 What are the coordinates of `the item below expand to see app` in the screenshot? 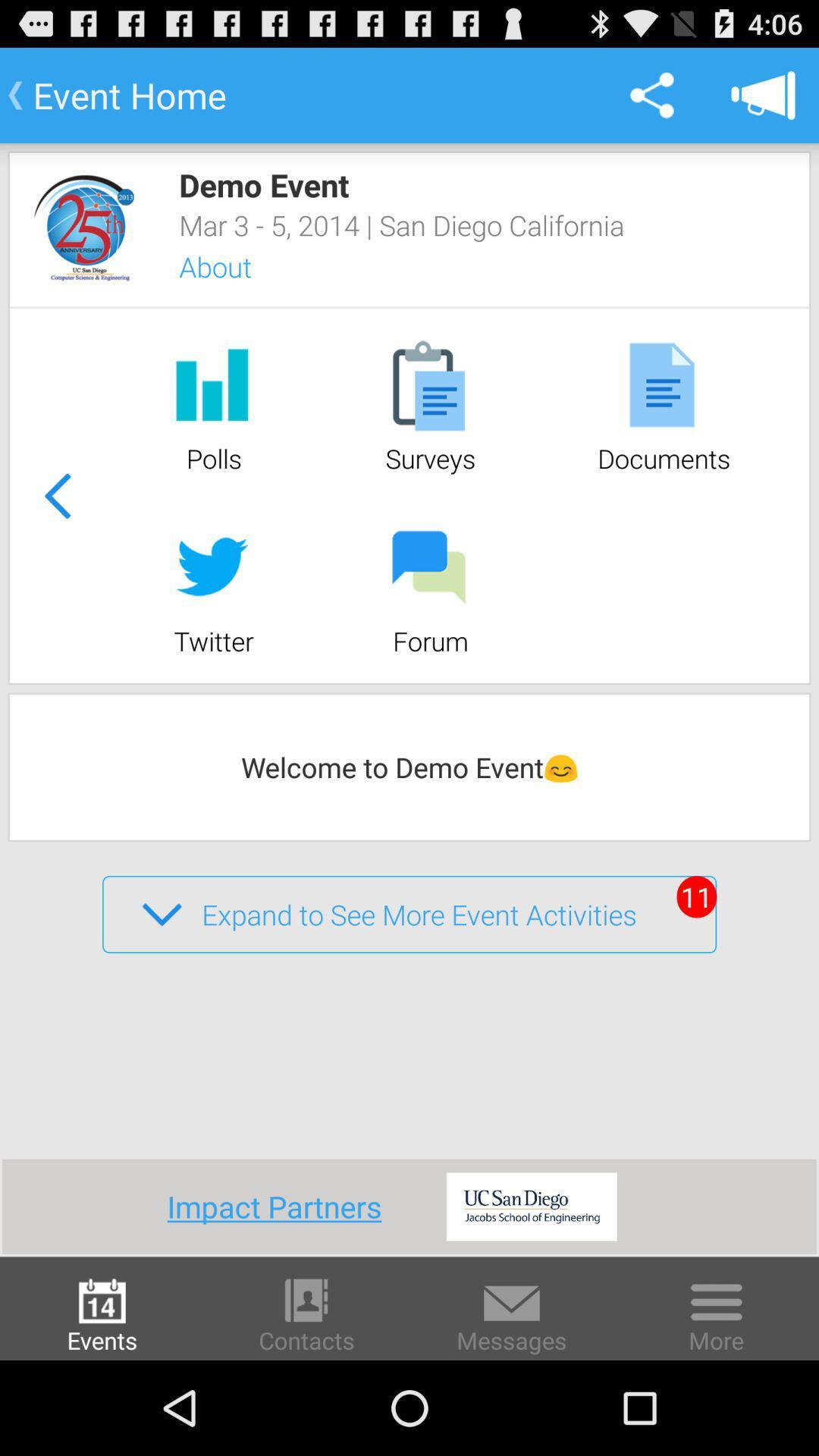 It's located at (280, 1206).